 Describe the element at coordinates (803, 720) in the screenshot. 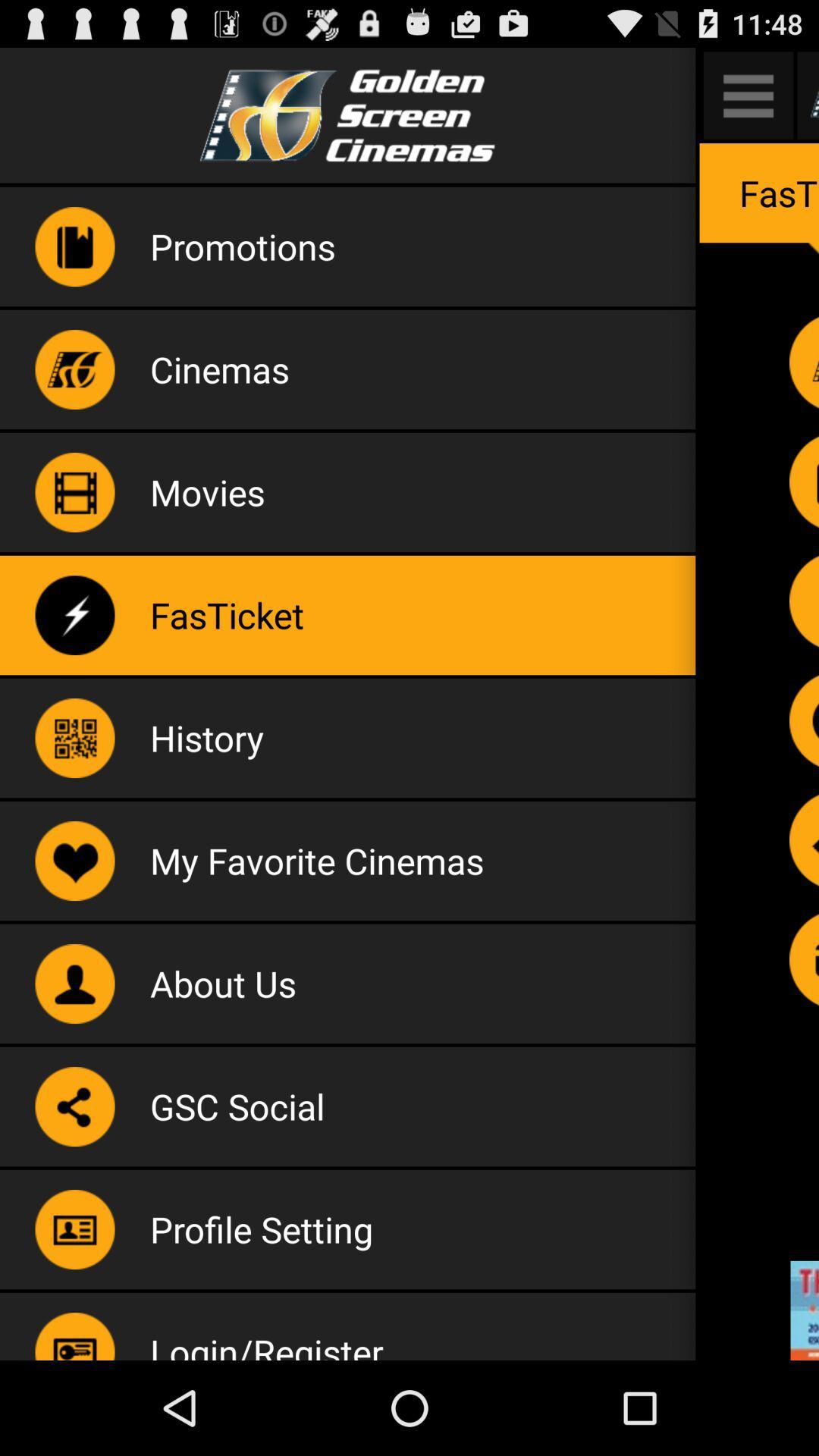

I see `histiry` at that location.